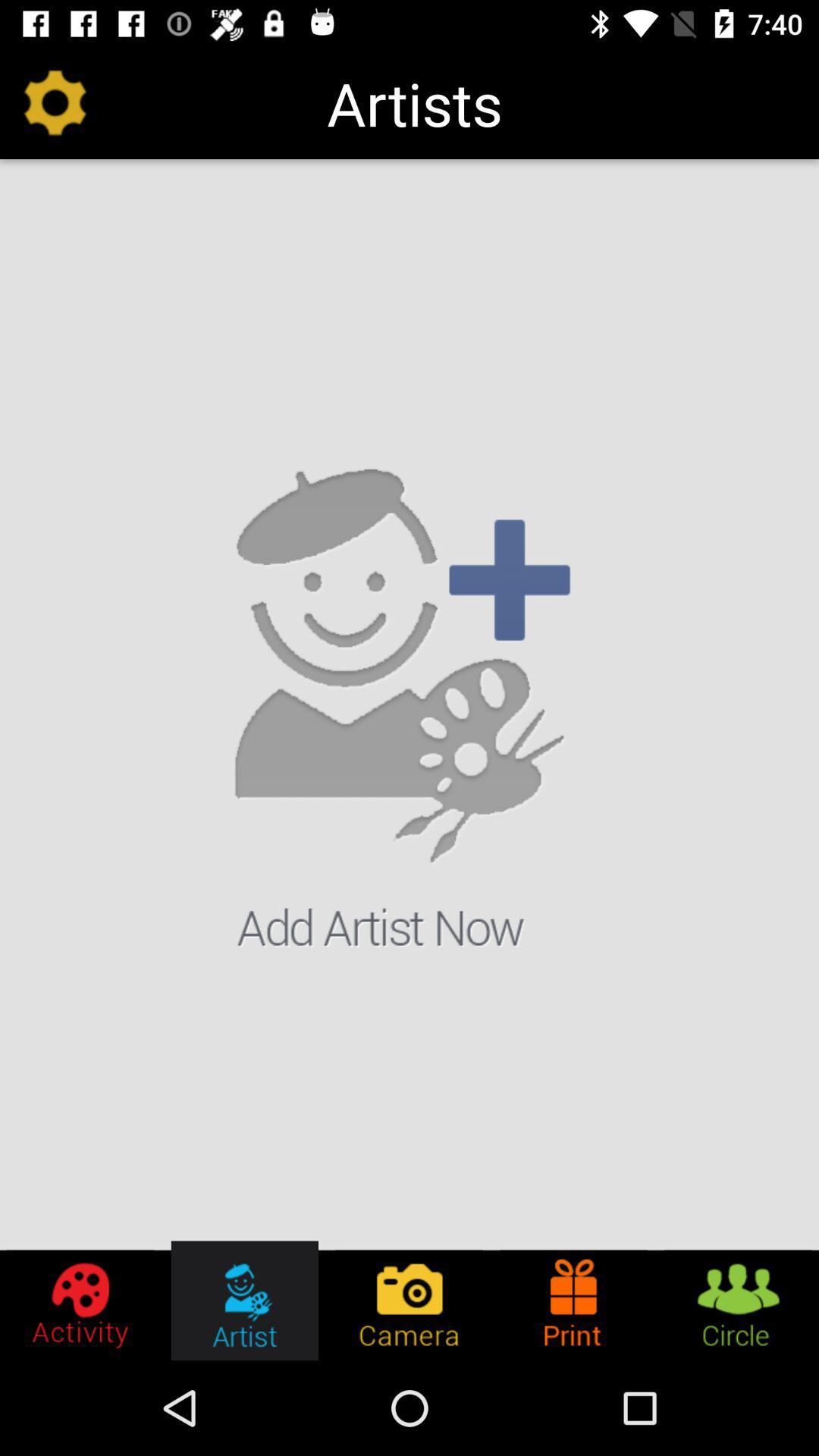 This screenshot has height=1456, width=819. What do you see at coordinates (736, 1300) in the screenshot?
I see `the group icon` at bounding box center [736, 1300].